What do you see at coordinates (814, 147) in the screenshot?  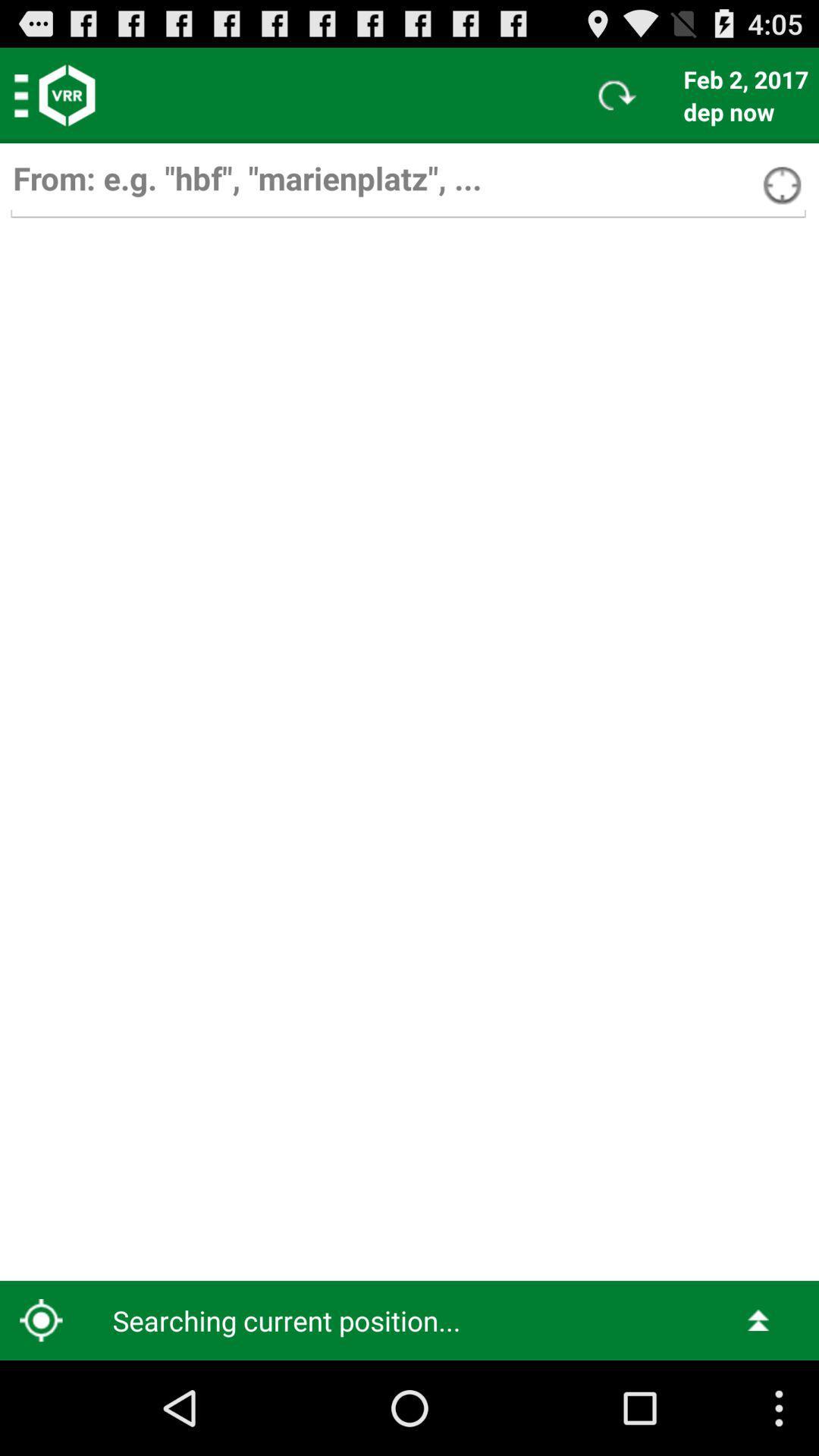 I see `item below dep now icon` at bounding box center [814, 147].